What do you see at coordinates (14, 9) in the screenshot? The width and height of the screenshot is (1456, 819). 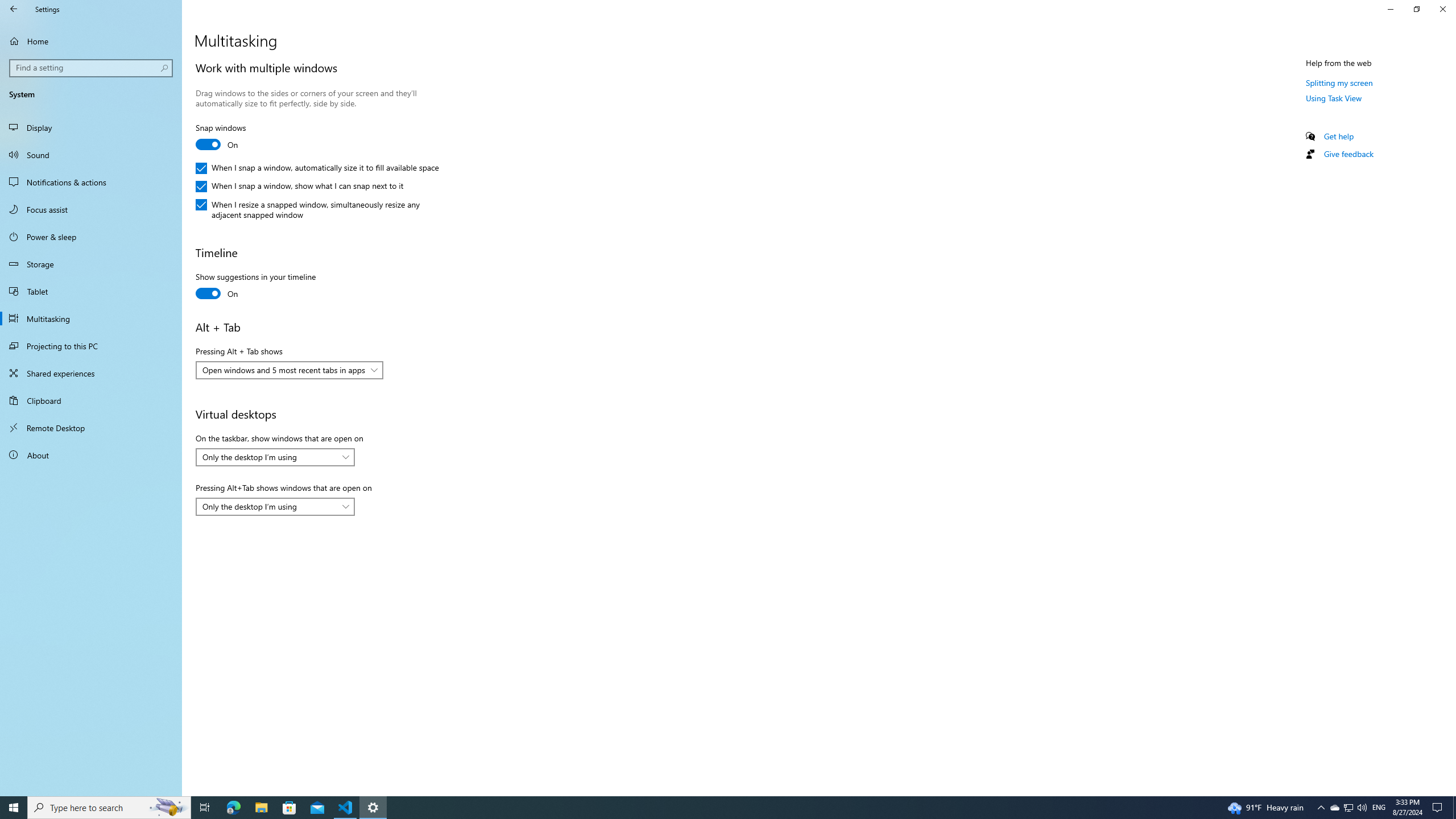 I see `'Back'` at bounding box center [14, 9].